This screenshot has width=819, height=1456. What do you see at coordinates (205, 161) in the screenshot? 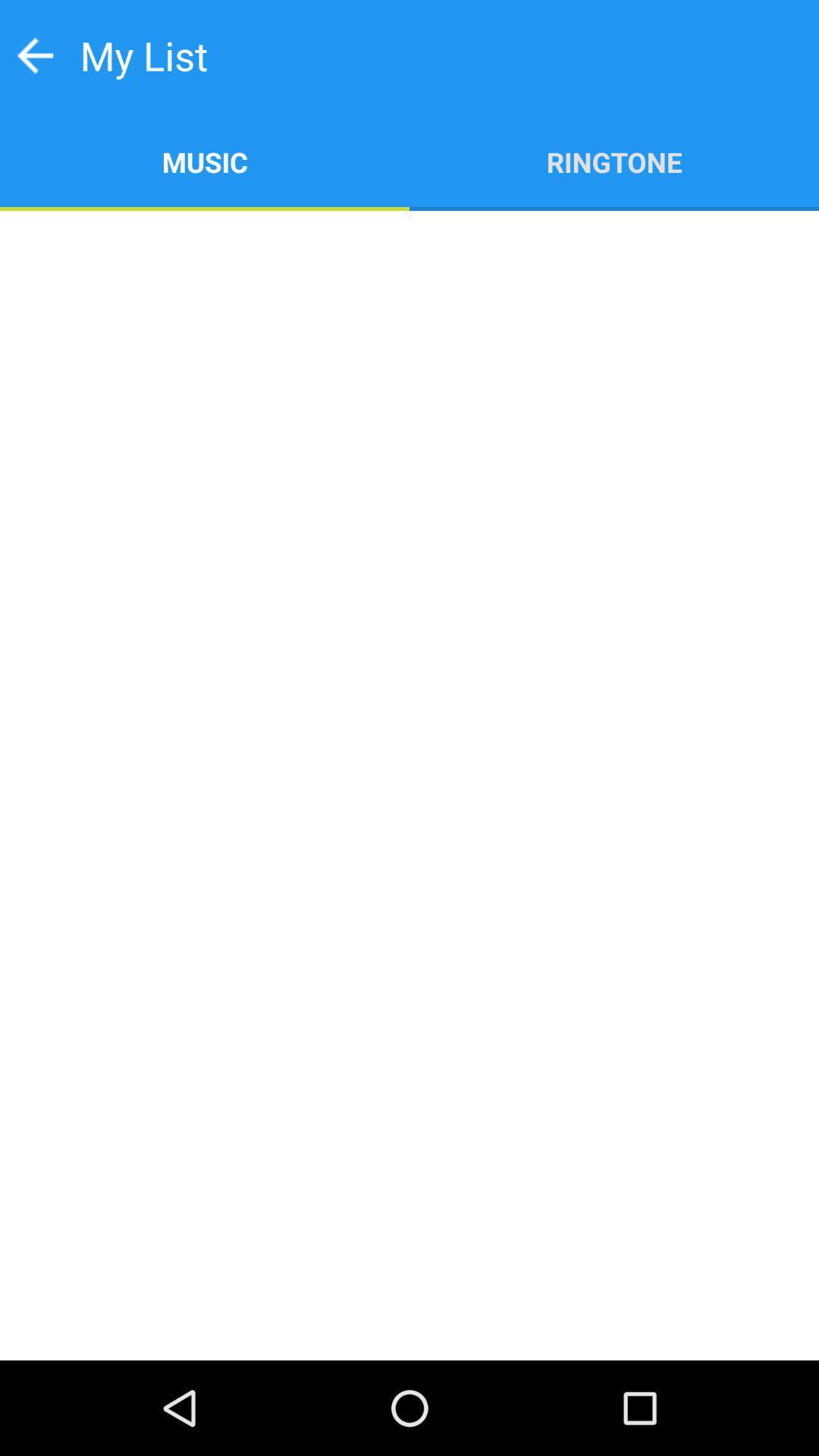
I see `the item next to the ringtone` at bounding box center [205, 161].